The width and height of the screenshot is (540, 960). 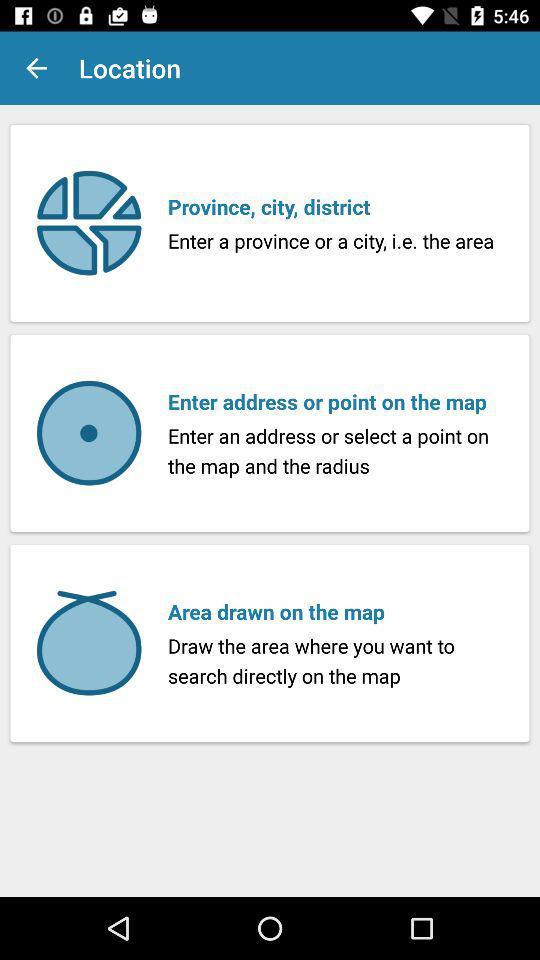 What do you see at coordinates (36, 68) in the screenshot?
I see `the item to the left of location icon` at bounding box center [36, 68].